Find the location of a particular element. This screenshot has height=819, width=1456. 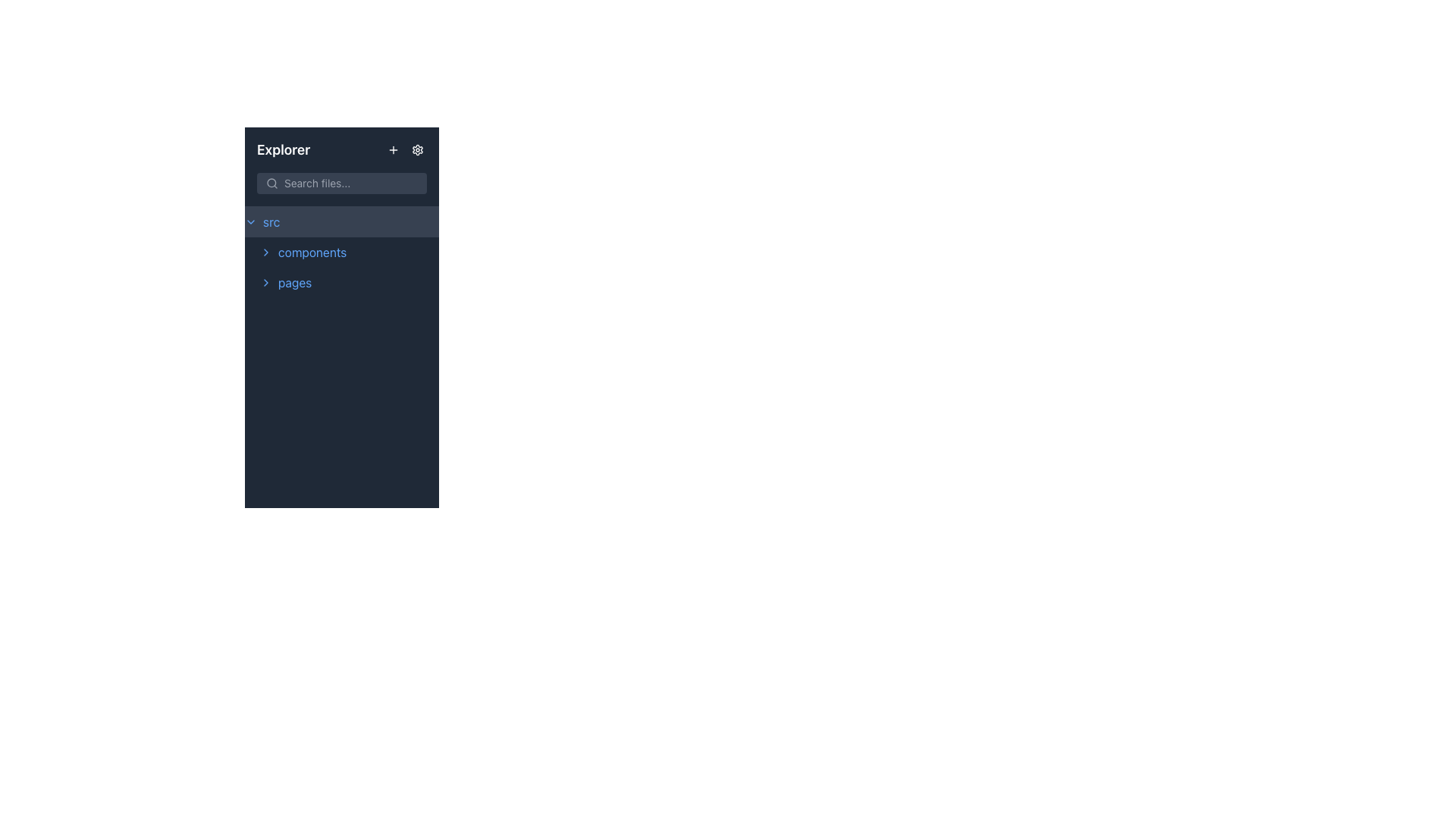

the blue rightward-pointing chevron icon located to the left of the 'pages' label in the sidebar interface is located at coordinates (265, 283).